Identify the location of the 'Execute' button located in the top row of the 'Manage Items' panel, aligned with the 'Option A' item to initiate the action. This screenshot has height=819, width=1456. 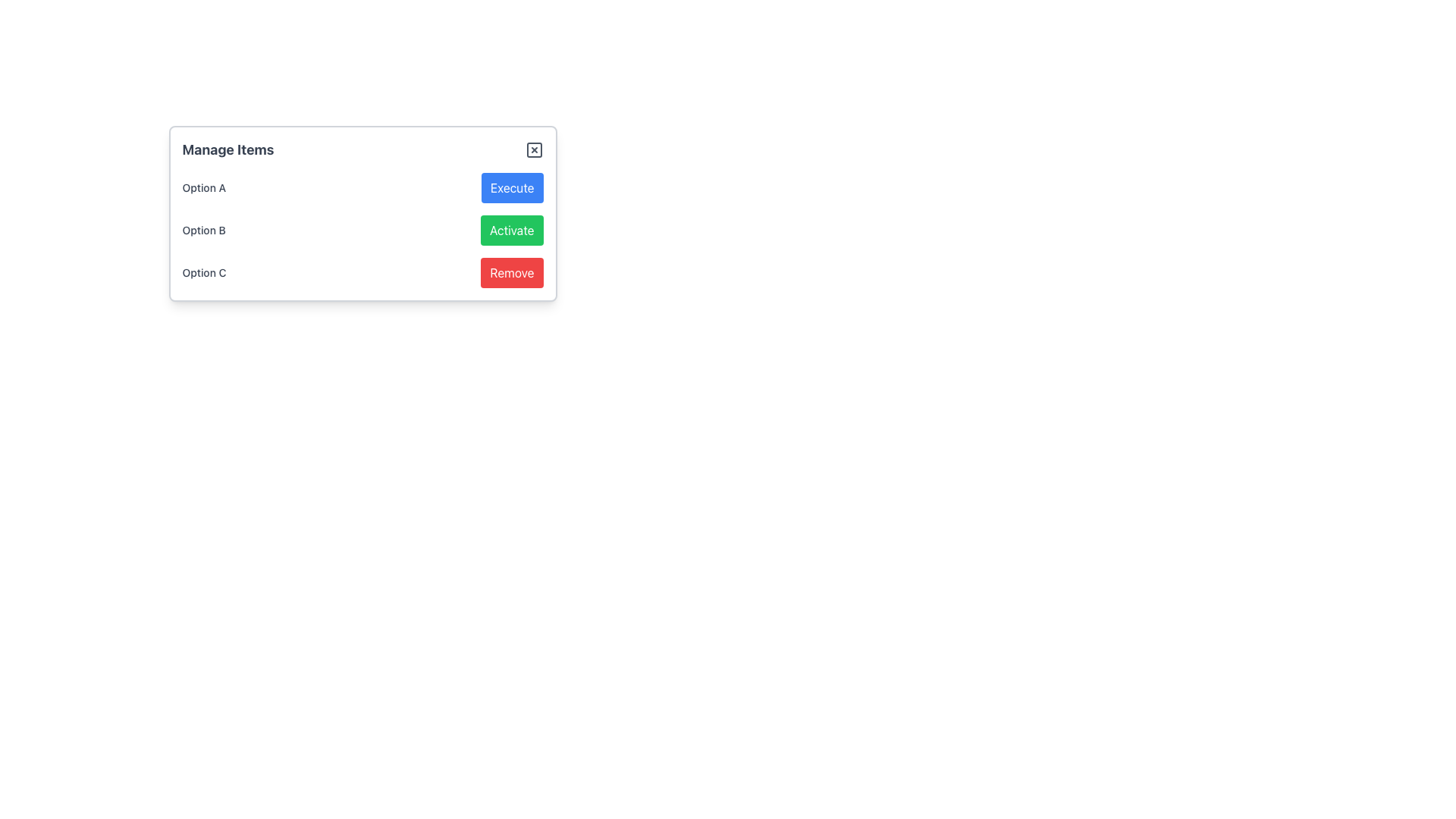
(512, 187).